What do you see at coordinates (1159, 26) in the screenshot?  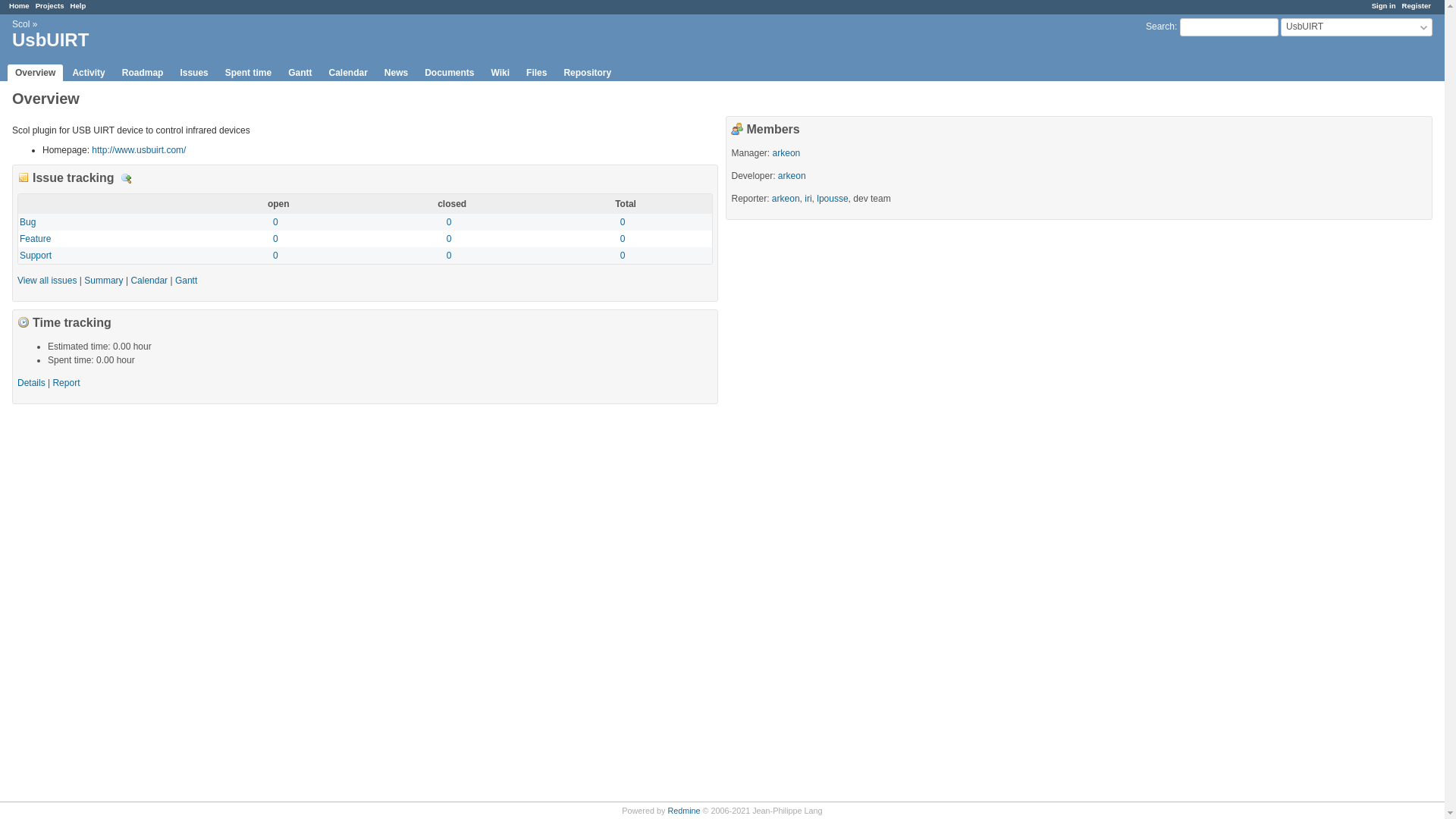 I see `'Search'` at bounding box center [1159, 26].